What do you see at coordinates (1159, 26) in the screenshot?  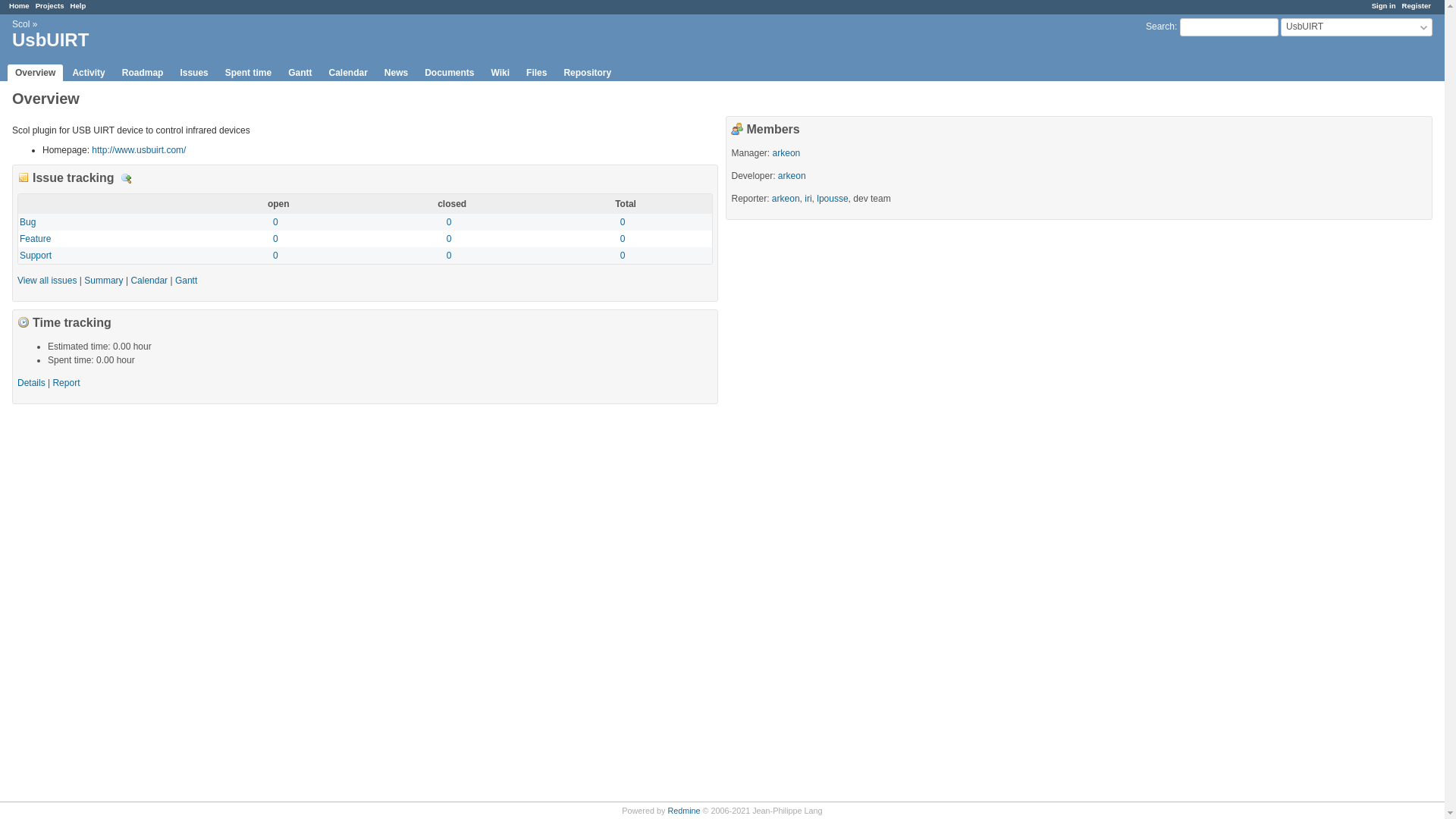 I see `'Search'` at bounding box center [1159, 26].